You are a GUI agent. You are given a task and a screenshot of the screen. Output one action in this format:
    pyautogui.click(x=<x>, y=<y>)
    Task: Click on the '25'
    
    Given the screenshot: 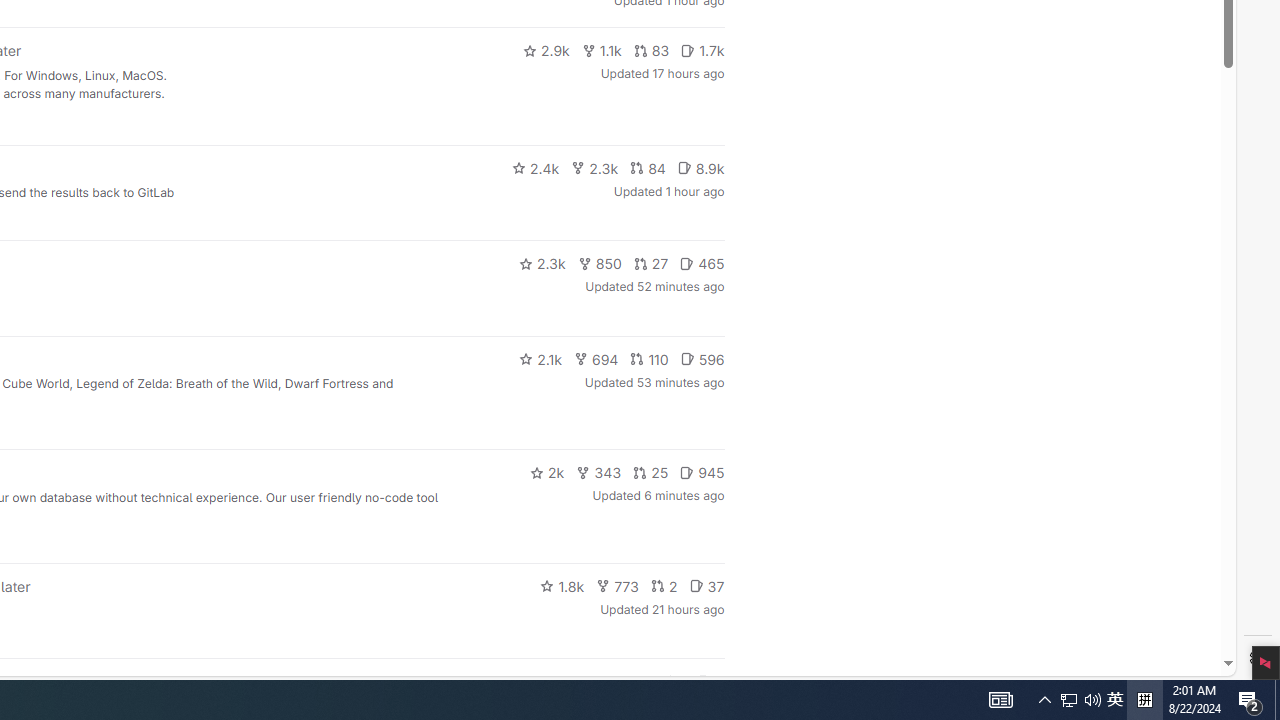 What is the action you would take?
    pyautogui.click(x=651, y=473)
    